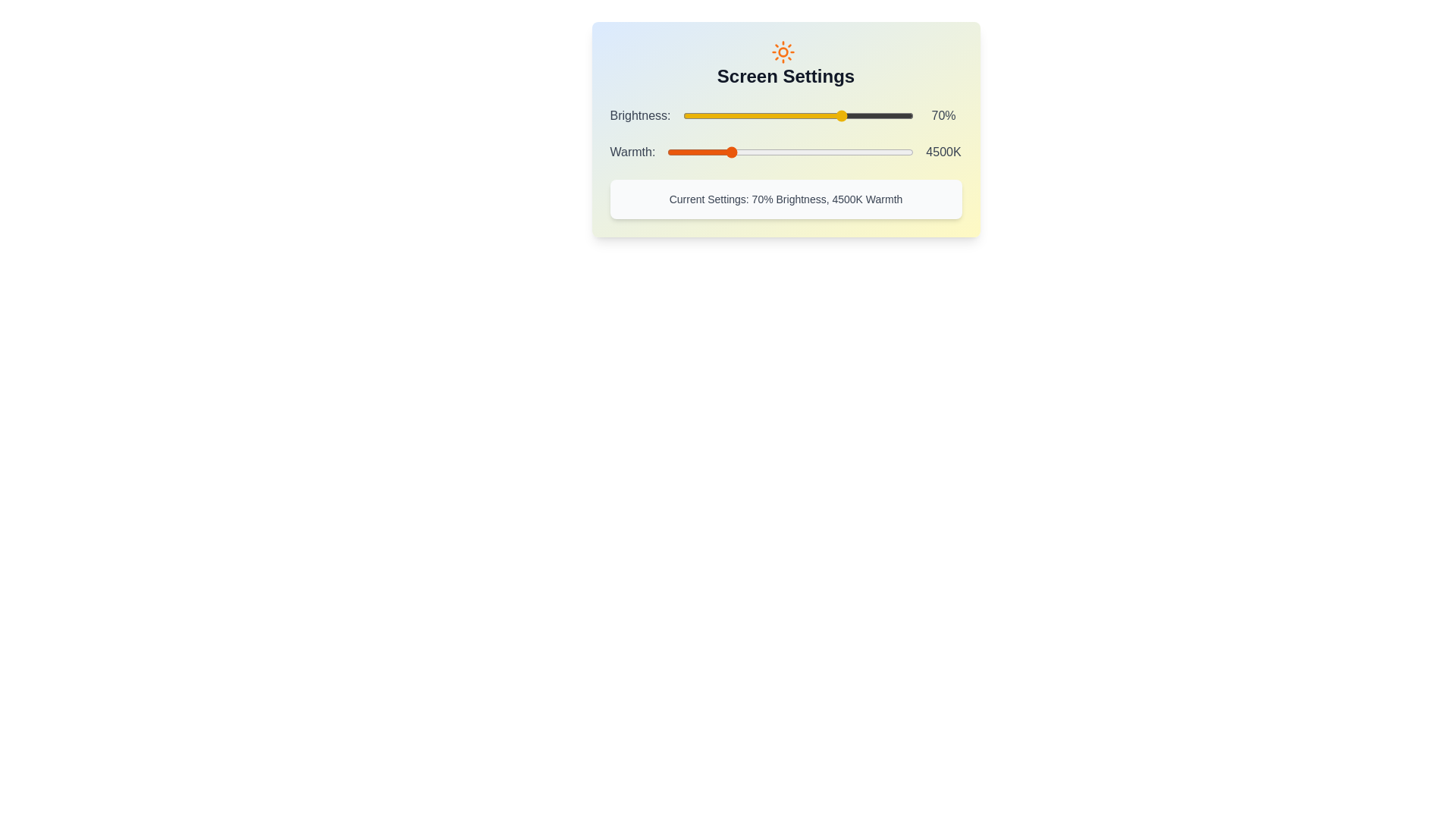 The image size is (1456, 819). What do you see at coordinates (909, 152) in the screenshot?
I see `the Warmth slider to set the warmth to 8910 K` at bounding box center [909, 152].